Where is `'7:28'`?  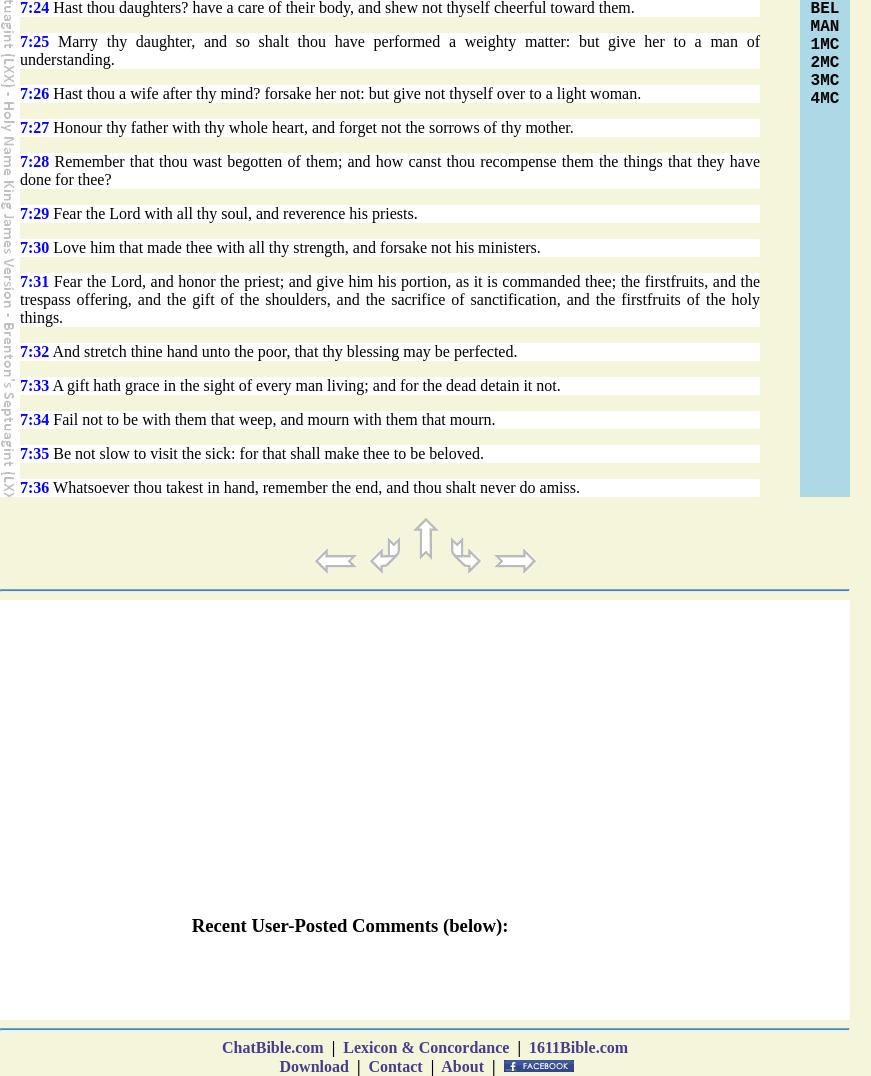 '7:28' is located at coordinates (19, 161).